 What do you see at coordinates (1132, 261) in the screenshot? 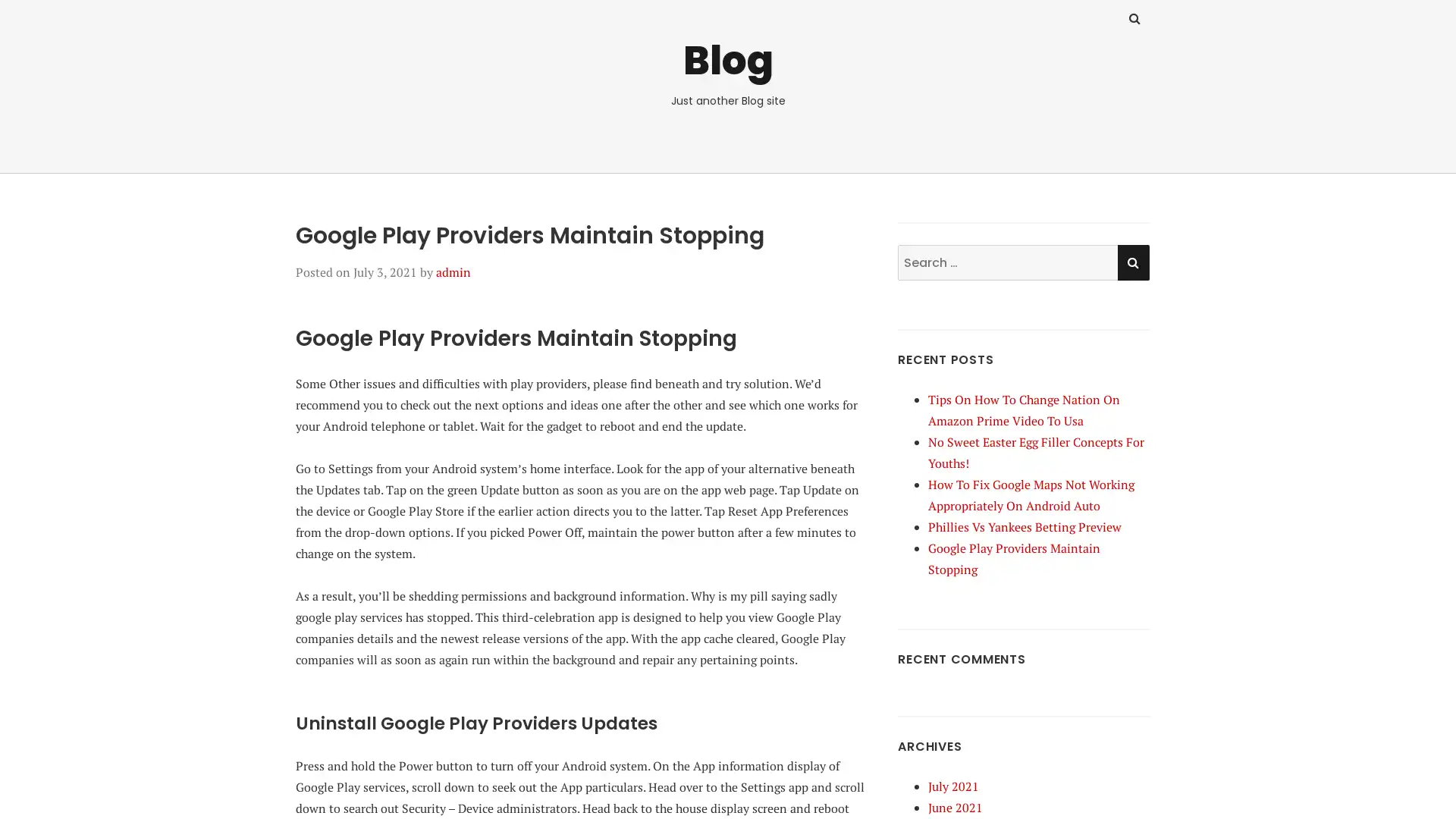
I see `SEARCH` at bounding box center [1132, 261].